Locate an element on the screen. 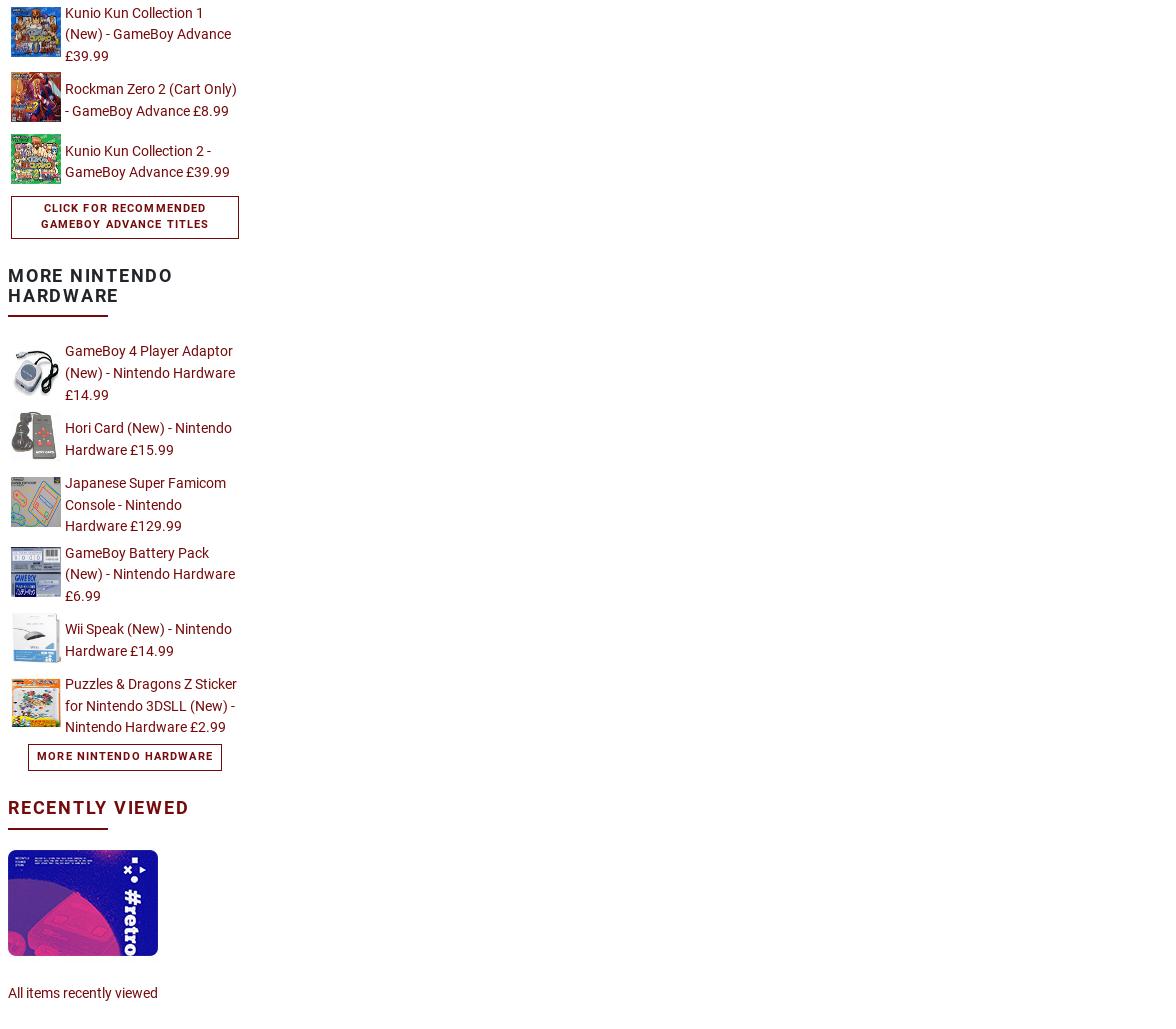 Image resolution: width=1176 pixels, height=1029 pixels. 'GameBoy 4 Player Adaptor (New) - Nintendo Hardware £14.99' is located at coordinates (150, 372).